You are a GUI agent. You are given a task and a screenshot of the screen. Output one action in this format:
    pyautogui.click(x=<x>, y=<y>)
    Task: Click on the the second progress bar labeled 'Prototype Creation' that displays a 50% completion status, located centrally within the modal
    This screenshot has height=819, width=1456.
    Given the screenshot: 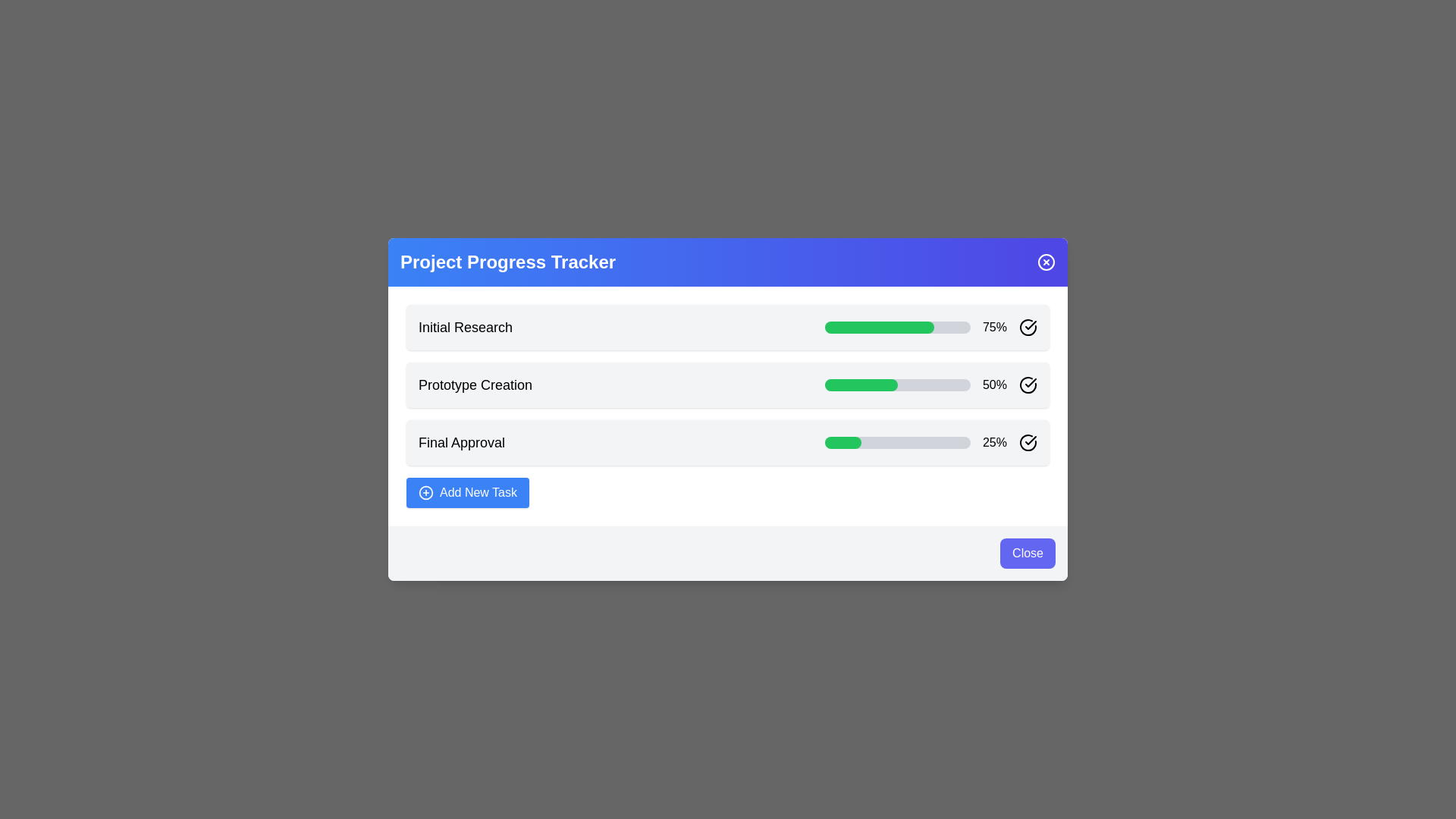 What is the action you would take?
    pyautogui.click(x=728, y=409)
    